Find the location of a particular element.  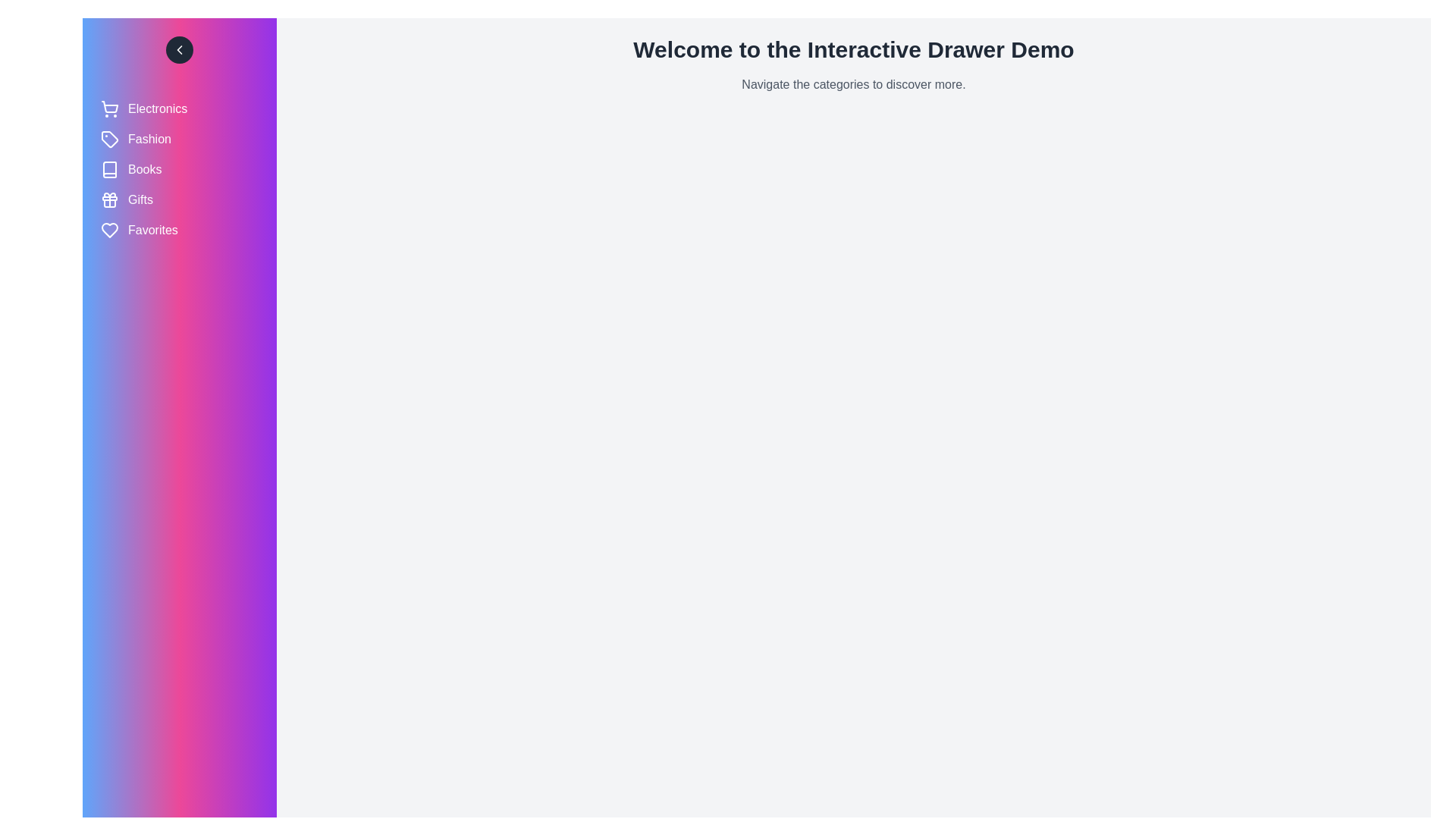

the category Favorites to observe its hover effect is located at coordinates (179, 231).